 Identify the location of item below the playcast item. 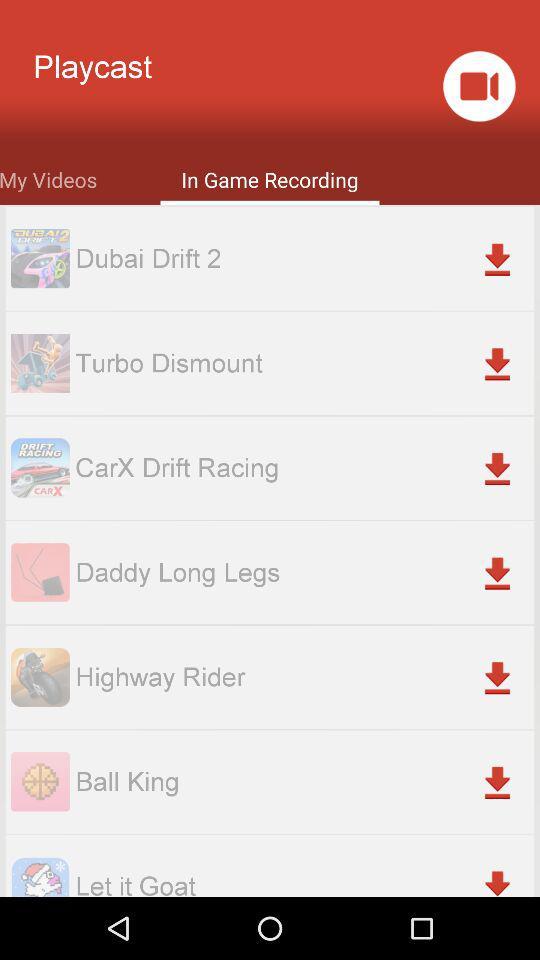
(48, 177).